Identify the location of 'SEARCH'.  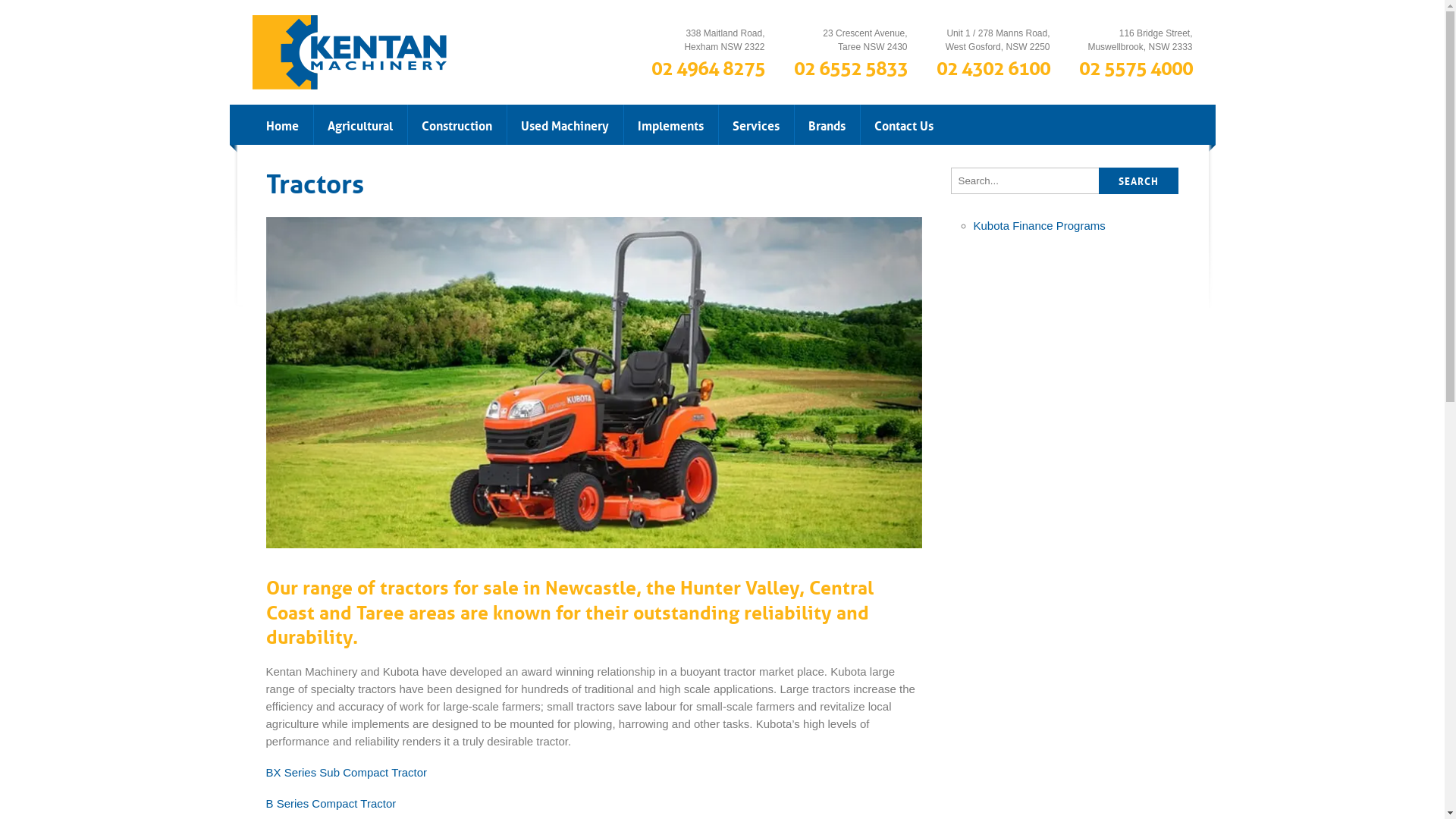
(1138, 180).